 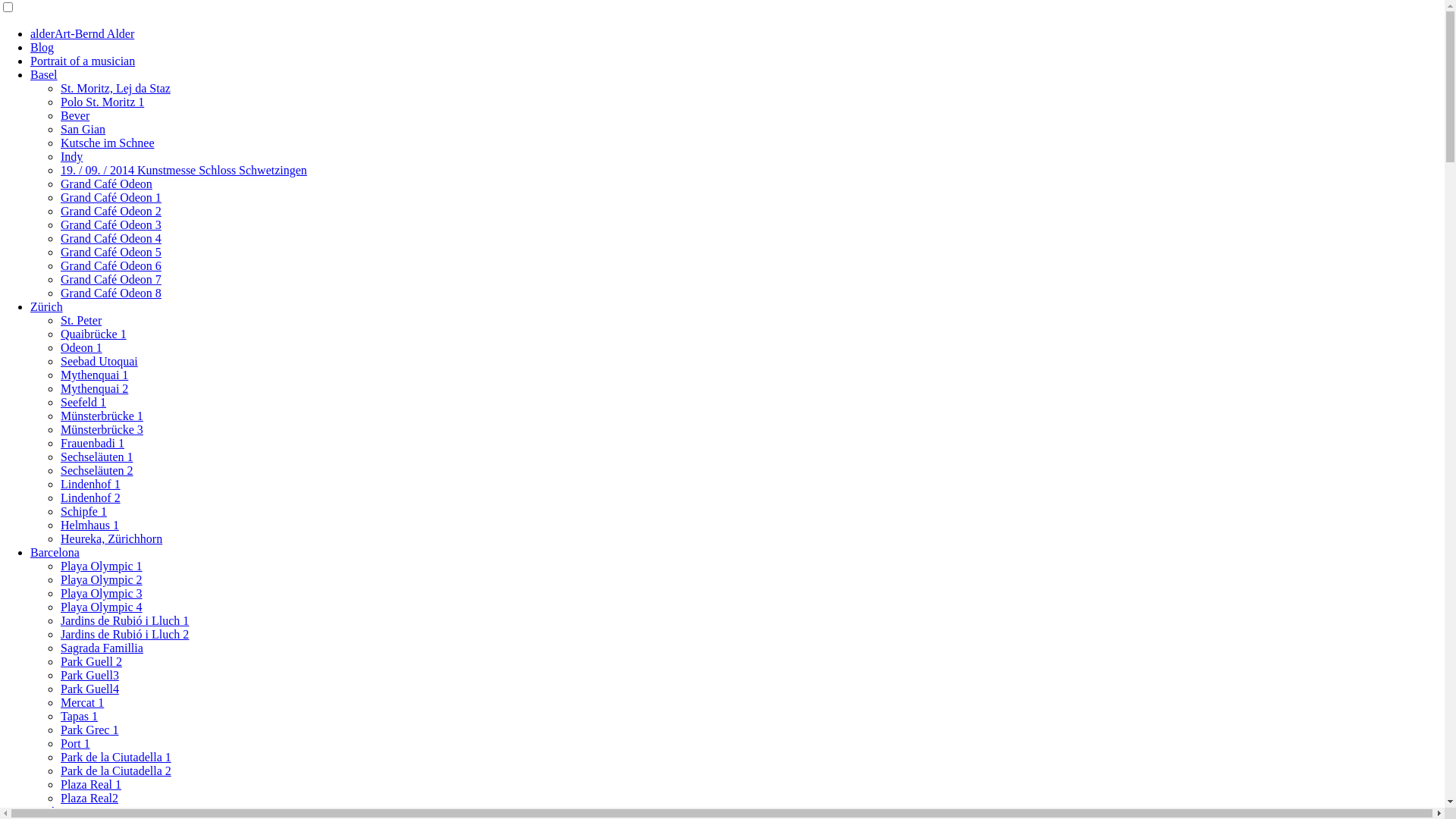 What do you see at coordinates (101, 592) in the screenshot?
I see `'Playa Olympic 3'` at bounding box center [101, 592].